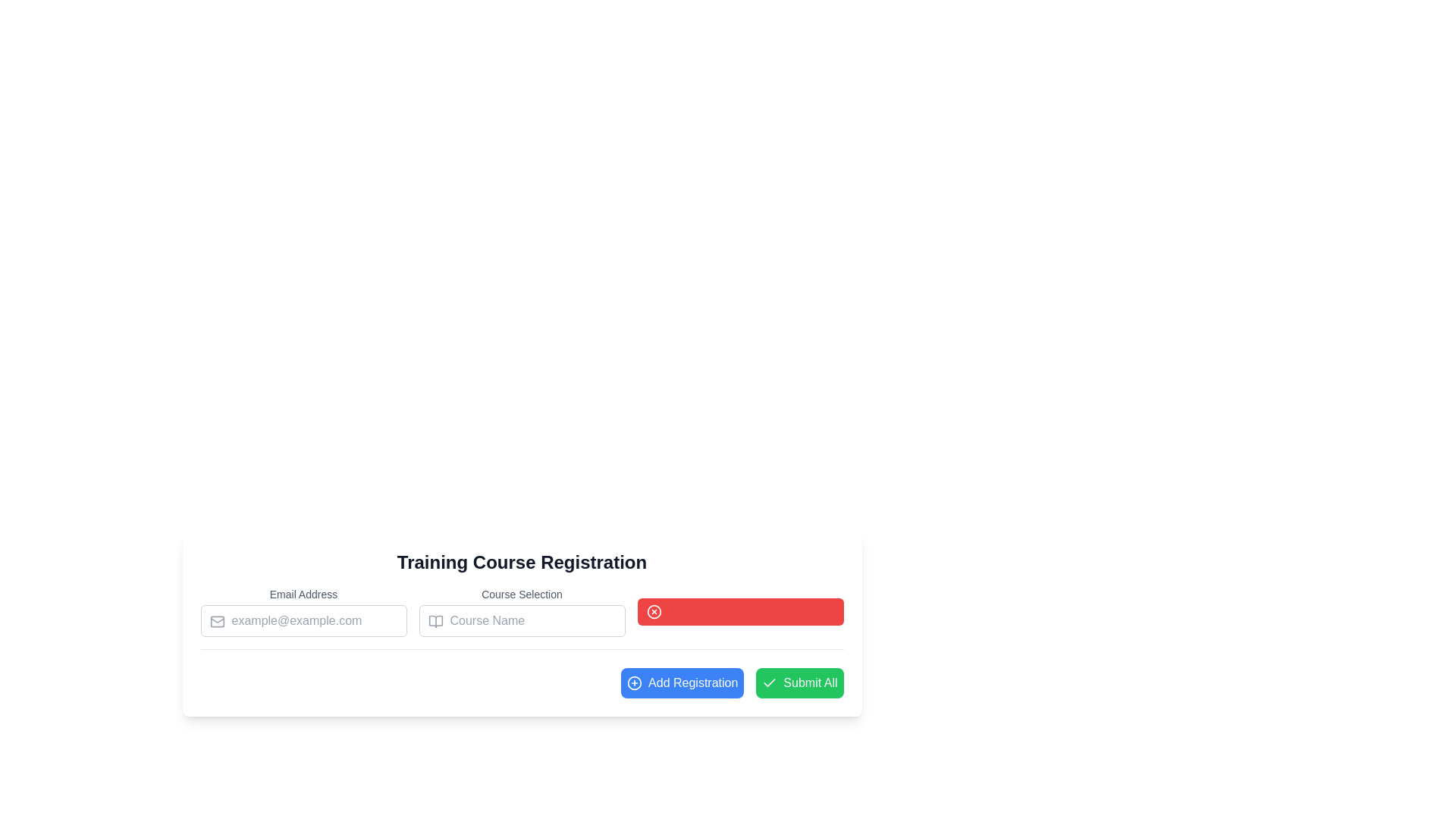 This screenshot has height=819, width=1456. I want to click on the central circular part of the graphical icon located in the red button to the right of the 'Course Selection' field in the 'Training Course Registration' form, so click(654, 610).